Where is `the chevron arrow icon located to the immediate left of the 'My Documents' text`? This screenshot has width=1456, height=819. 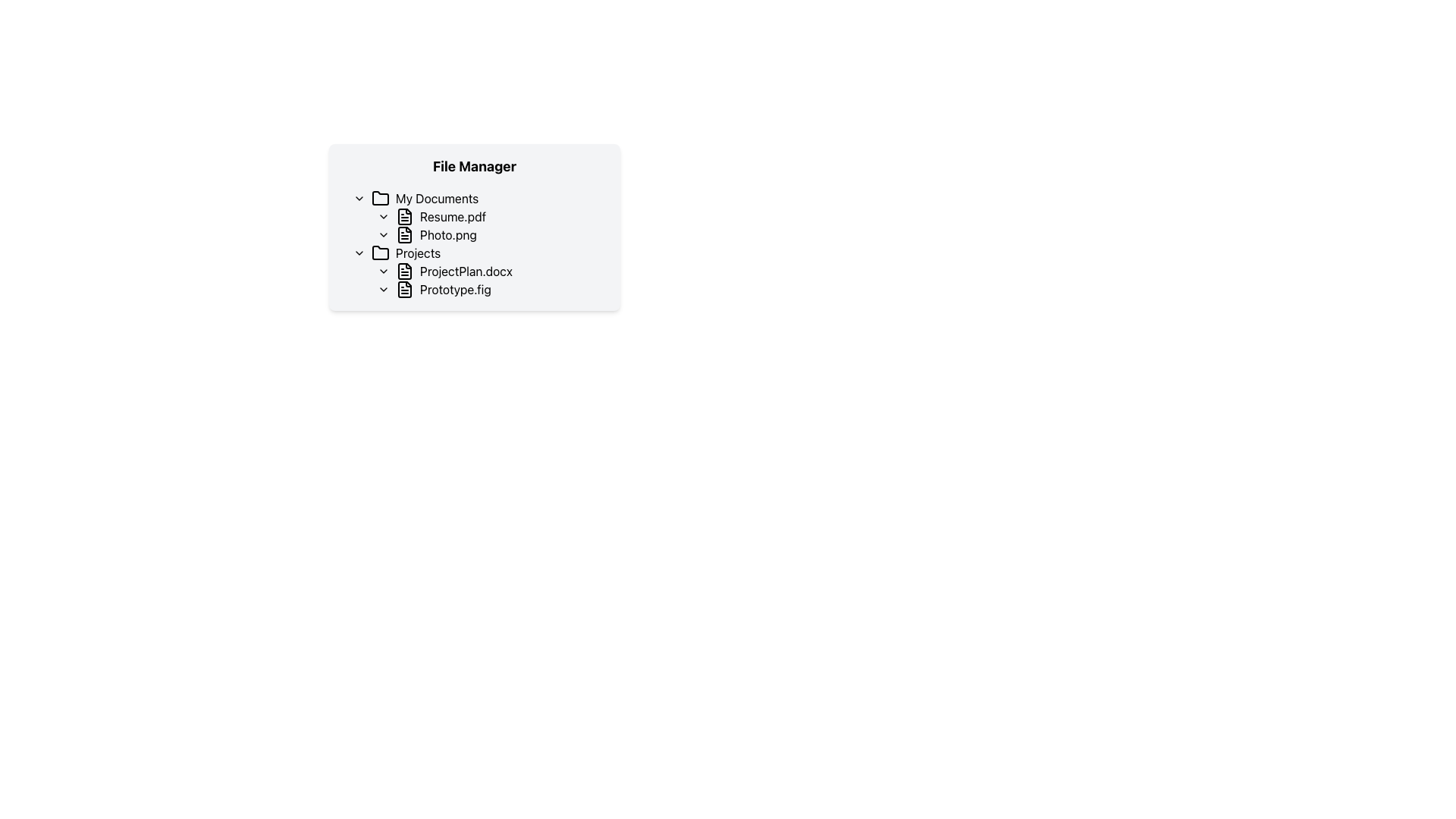
the chevron arrow icon located to the immediate left of the 'My Documents' text is located at coordinates (359, 198).